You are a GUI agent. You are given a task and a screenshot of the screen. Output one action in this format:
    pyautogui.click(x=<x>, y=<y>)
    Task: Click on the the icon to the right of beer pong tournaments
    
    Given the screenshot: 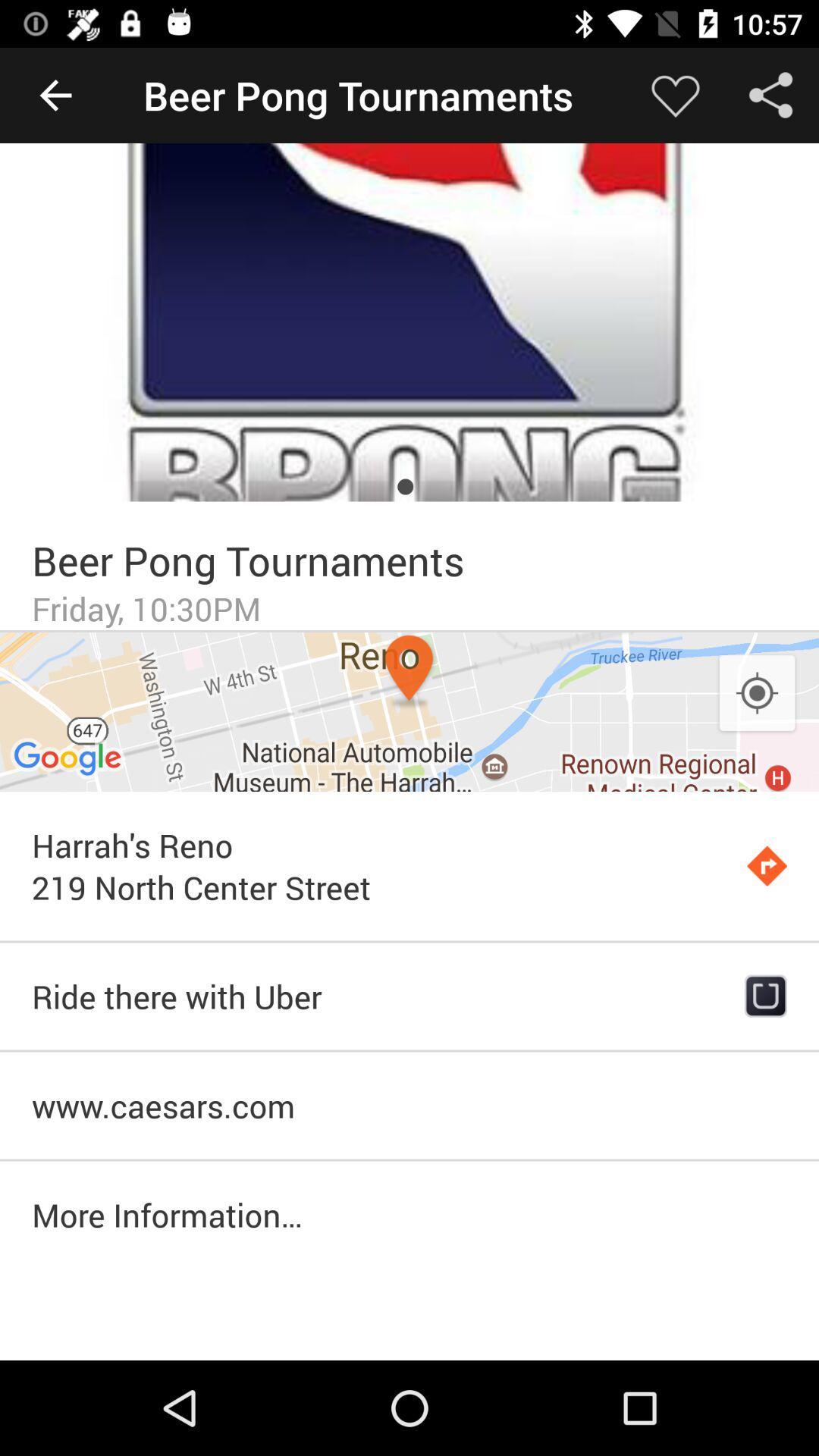 What is the action you would take?
    pyautogui.click(x=675, y=94)
    